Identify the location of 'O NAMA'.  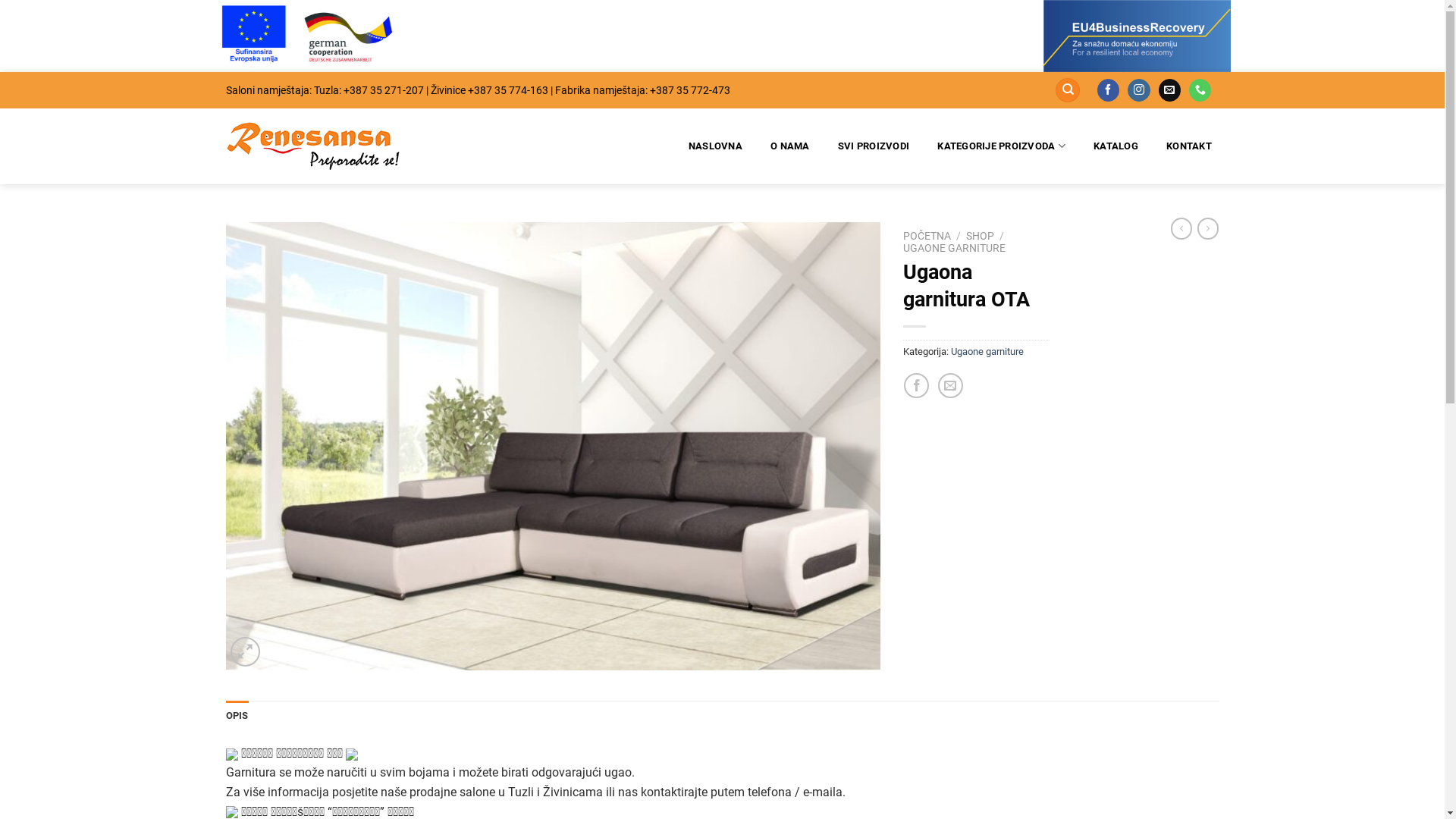
(789, 146).